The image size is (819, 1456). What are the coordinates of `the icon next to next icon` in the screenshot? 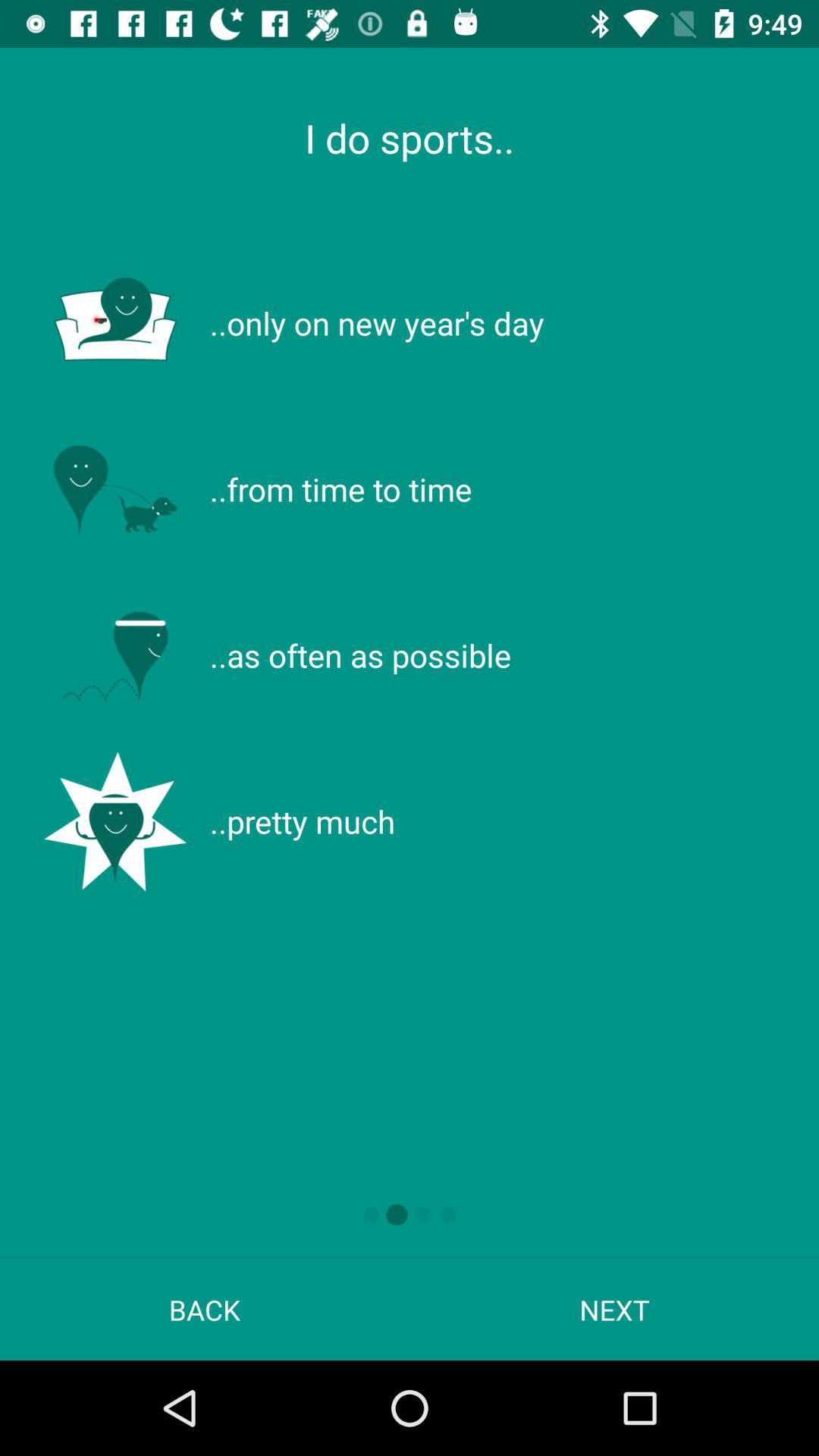 It's located at (205, 1309).